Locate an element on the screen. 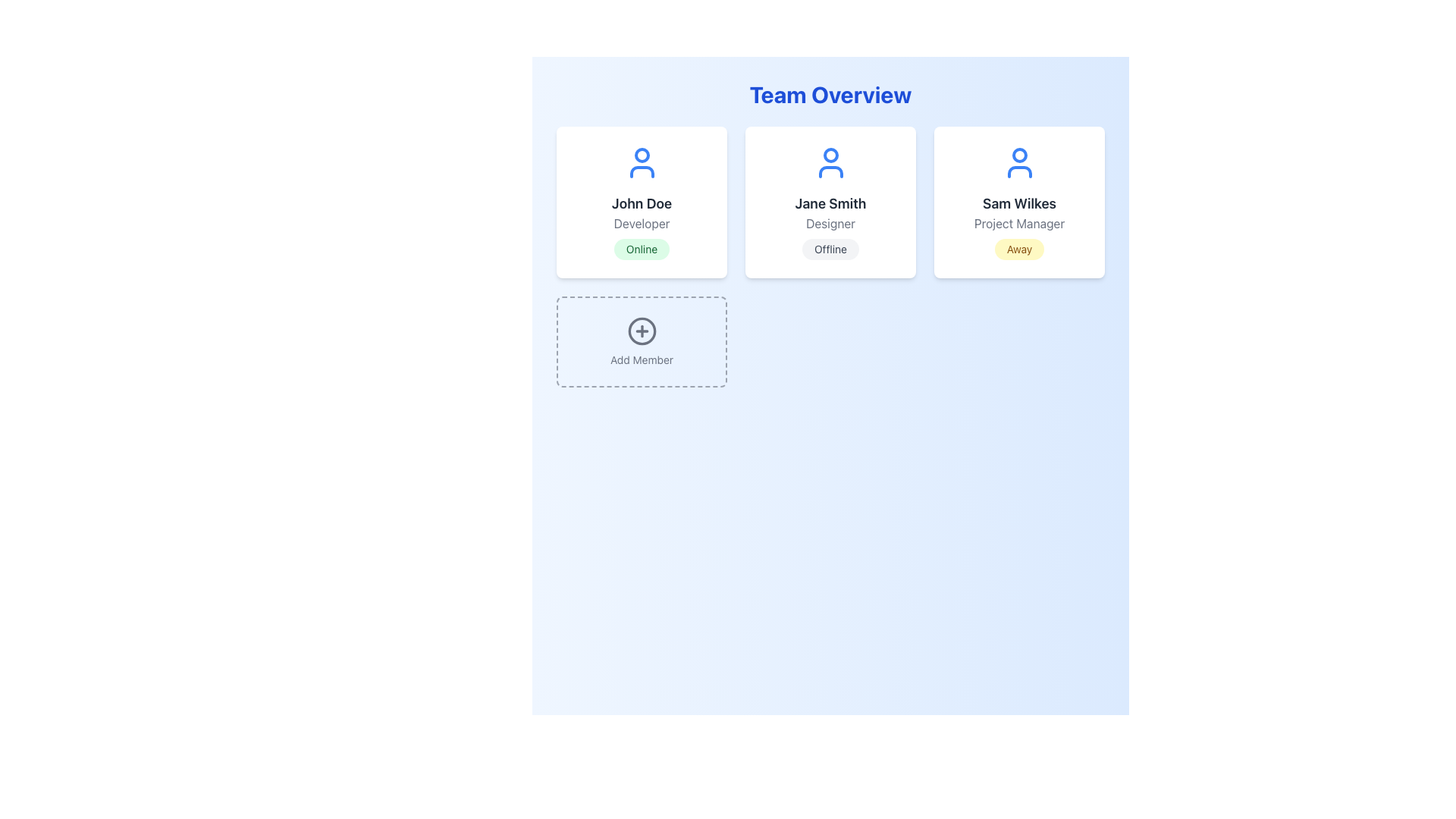  the Profile Card displaying an individual team member's profile, located in the 'Team Overview' section, specifically the second card in a row of three is located at coordinates (830, 201).